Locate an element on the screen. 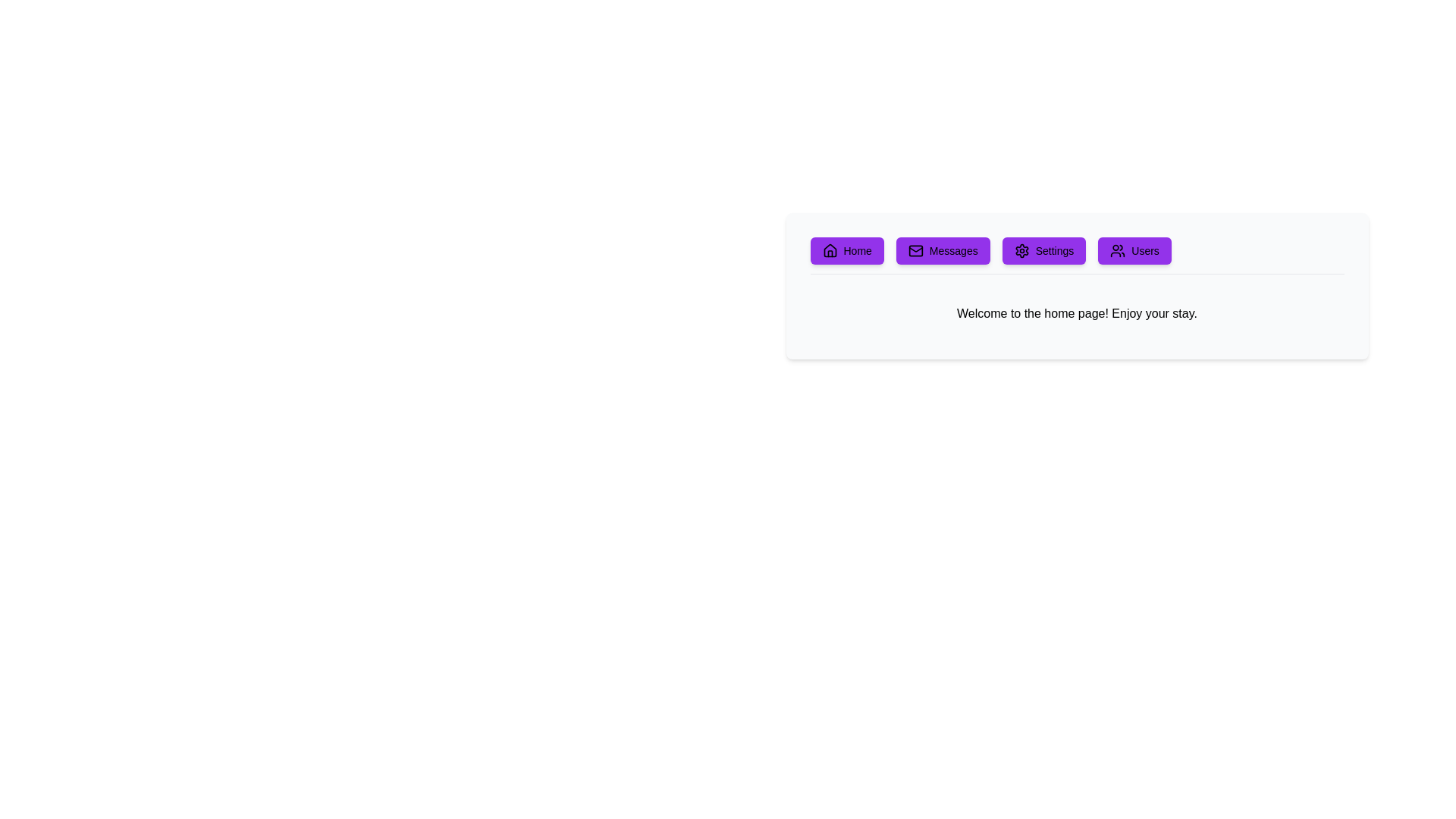 Image resolution: width=1456 pixels, height=819 pixels. the 'Settings' icon located in the navigation bar is located at coordinates (1021, 250).